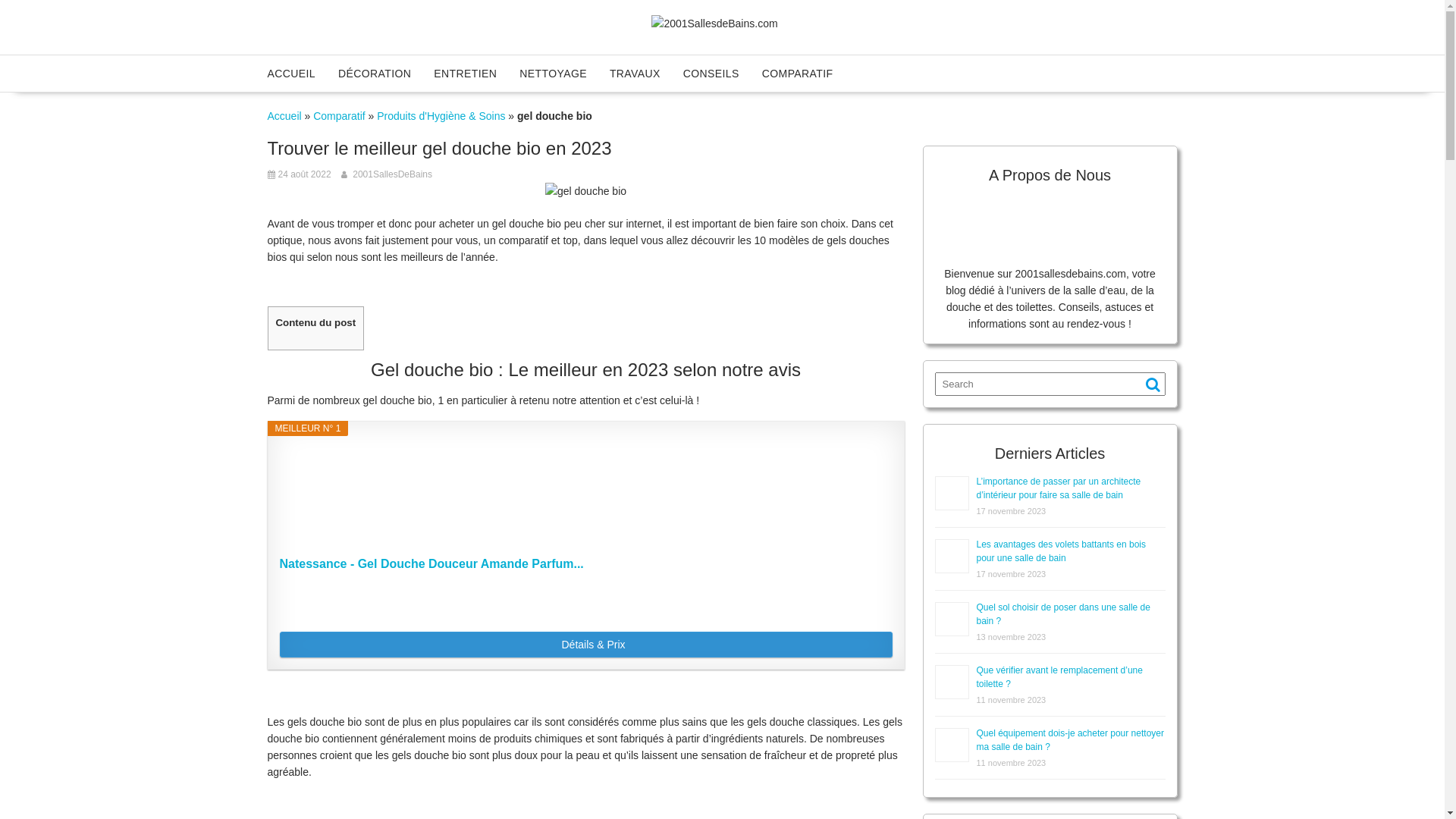 This screenshot has width=1456, height=819. Describe the element at coordinates (1062, 614) in the screenshot. I see `'Quel sol choisir de poser dans une salle de bain ?'` at that location.